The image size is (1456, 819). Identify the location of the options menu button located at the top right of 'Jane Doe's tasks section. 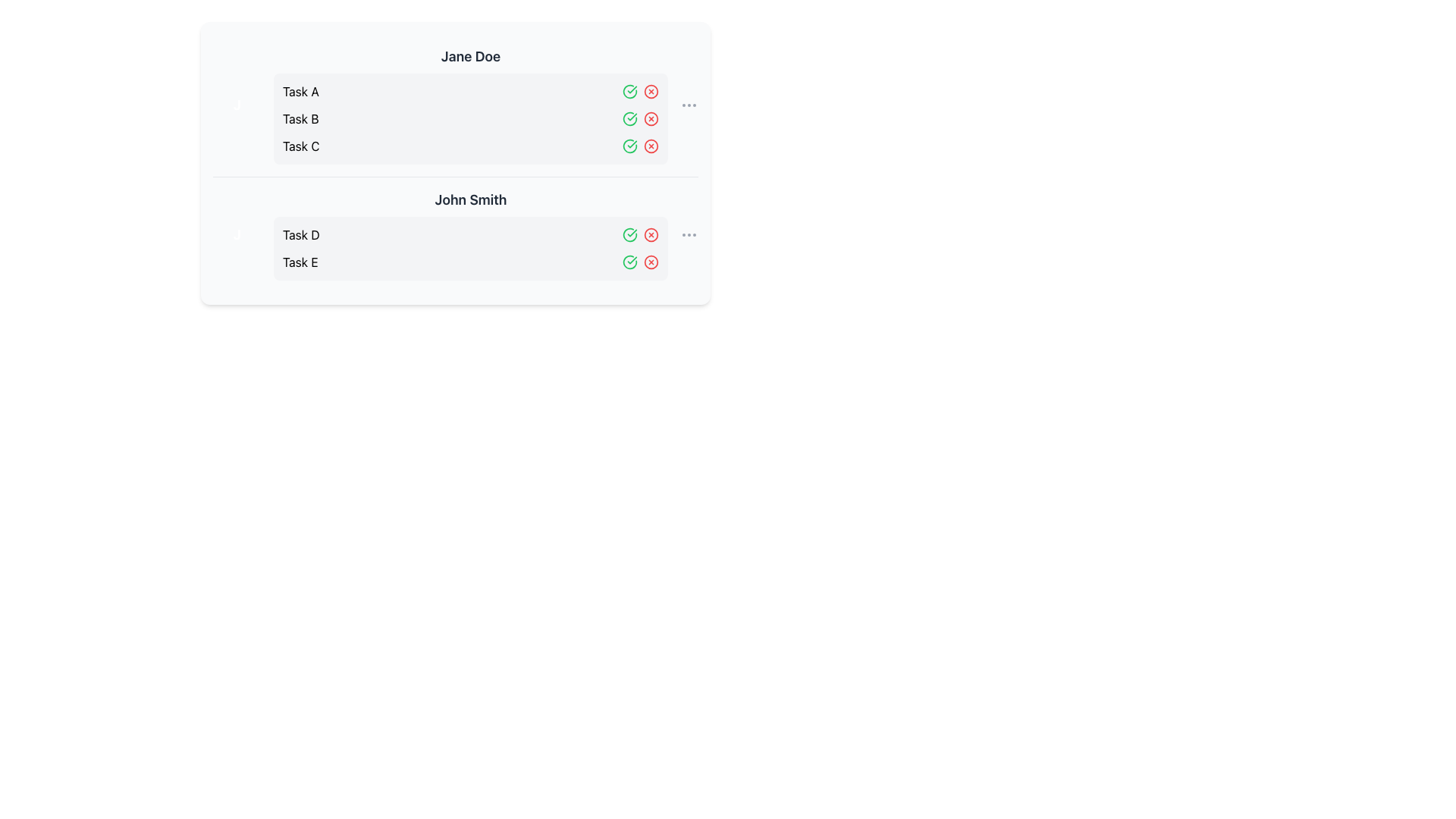
(688, 104).